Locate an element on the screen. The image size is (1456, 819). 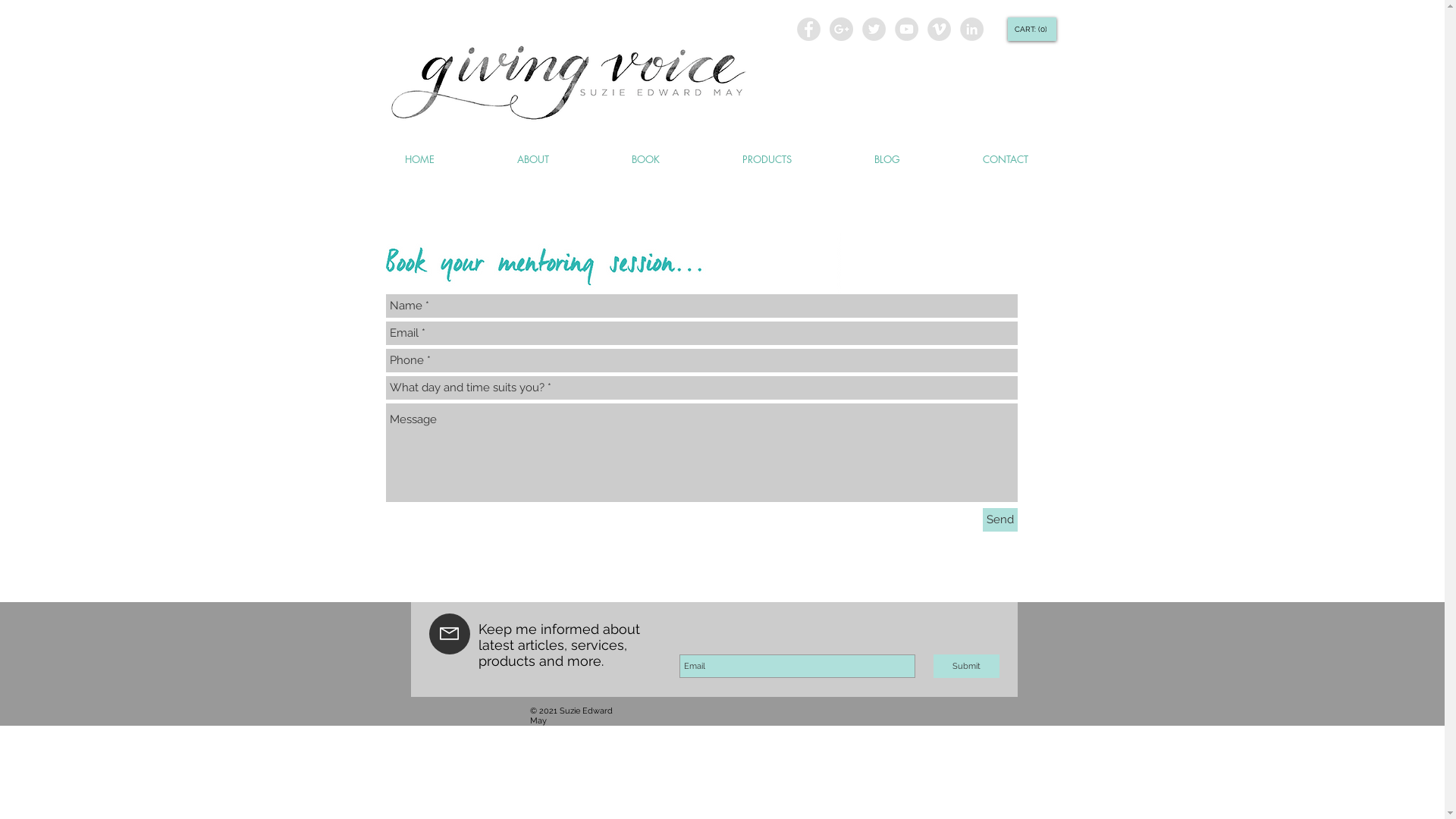
'HOME' is located at coordinates (419, 159).